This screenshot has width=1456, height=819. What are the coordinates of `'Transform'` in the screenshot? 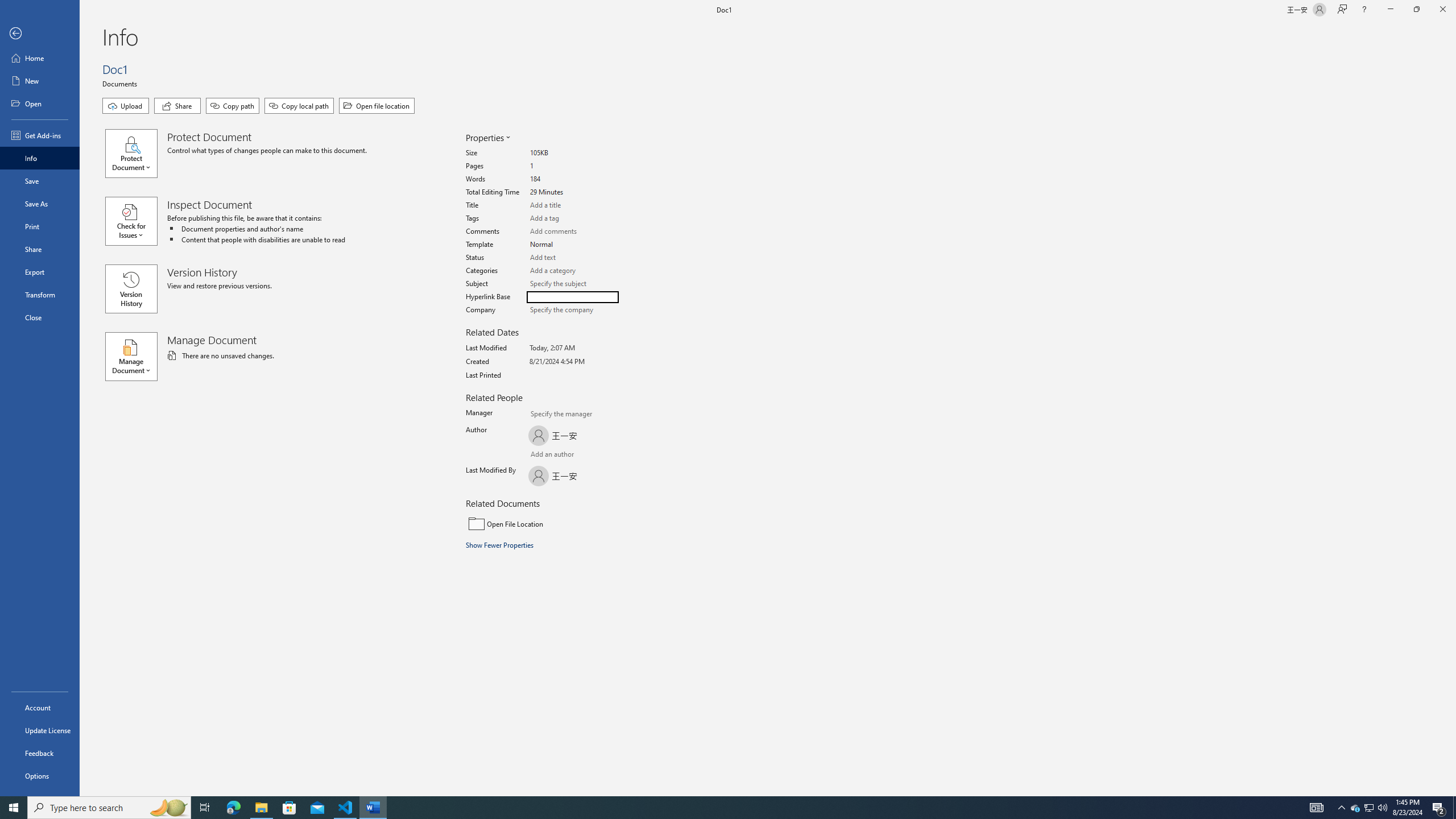 It's located at (39, 294).